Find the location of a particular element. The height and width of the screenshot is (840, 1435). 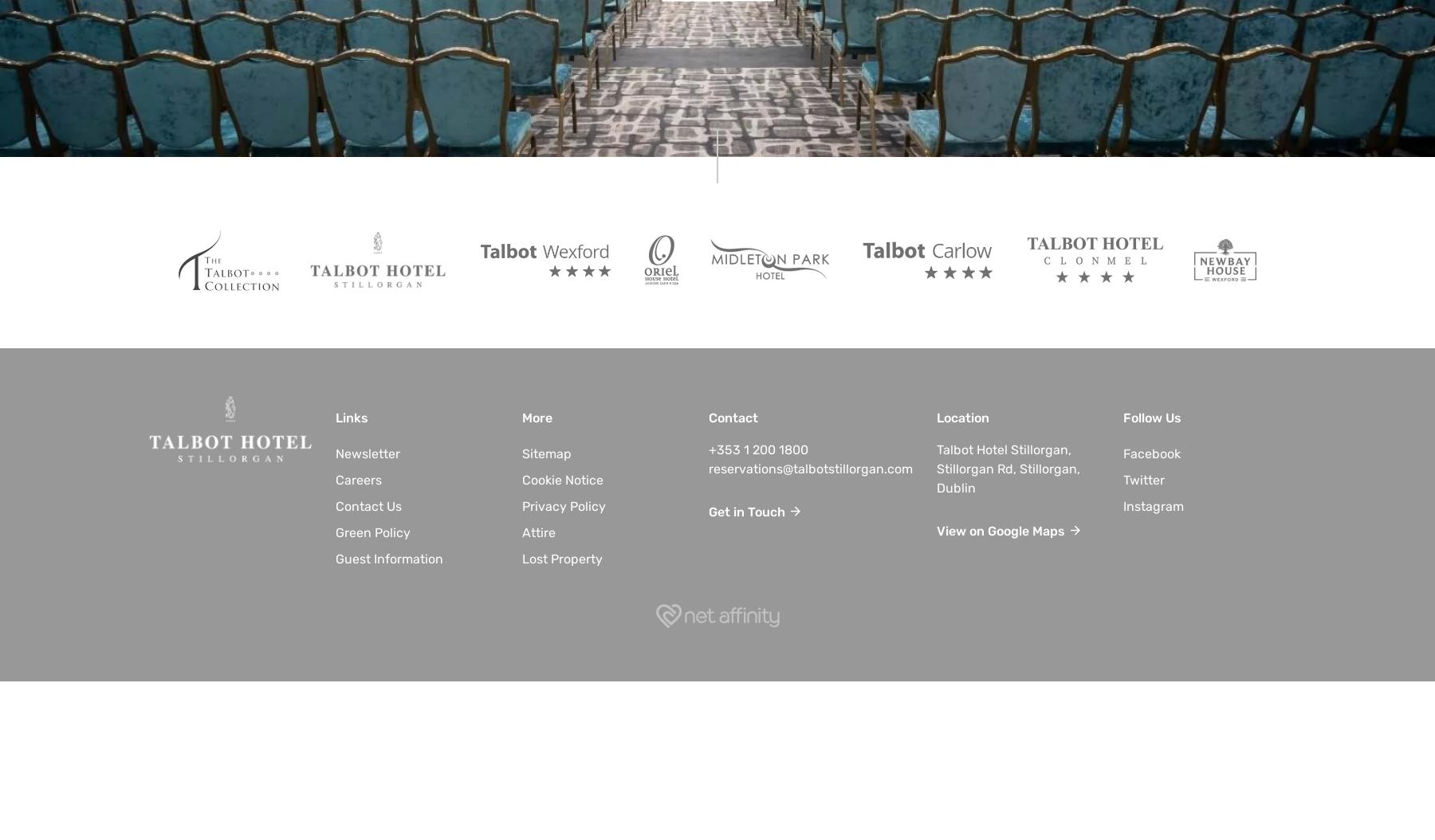

'2023' is located at coordinates (14, 737).